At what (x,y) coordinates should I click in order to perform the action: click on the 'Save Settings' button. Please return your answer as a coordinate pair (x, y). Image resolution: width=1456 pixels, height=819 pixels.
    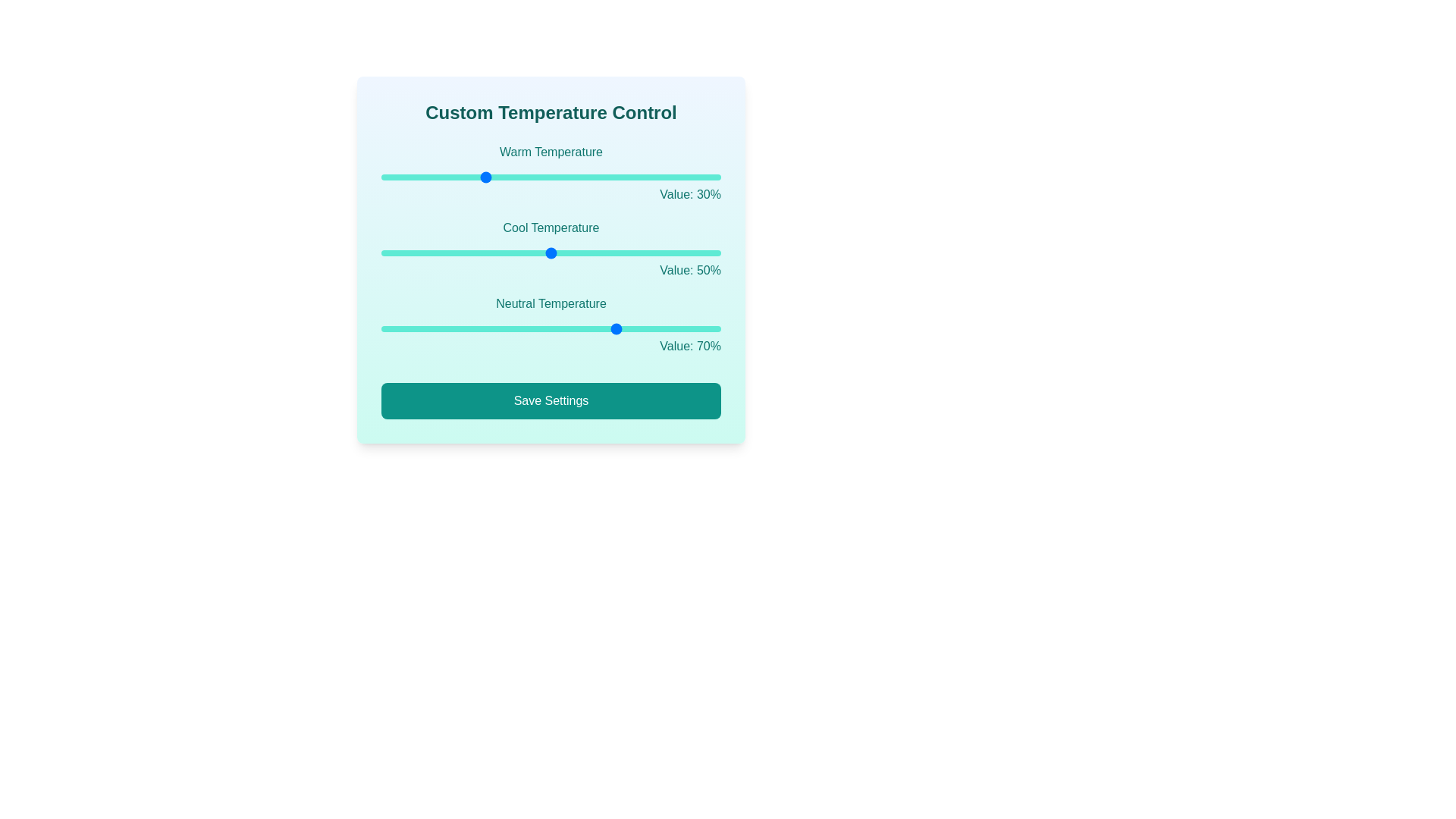
    Looking at the image, I should click on (550, 400).